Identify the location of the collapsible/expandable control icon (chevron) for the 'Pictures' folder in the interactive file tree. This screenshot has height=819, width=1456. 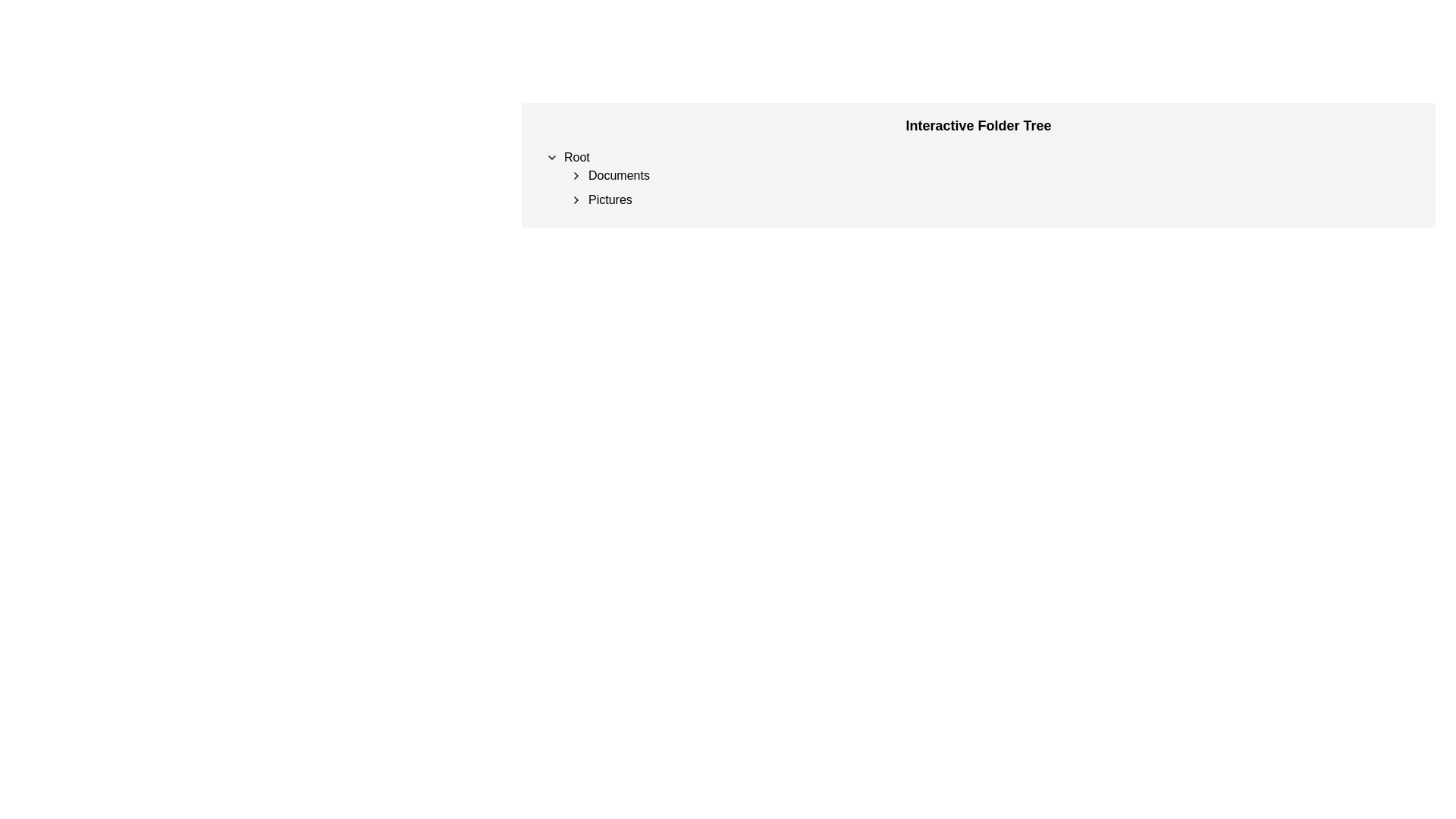
(575, 199).